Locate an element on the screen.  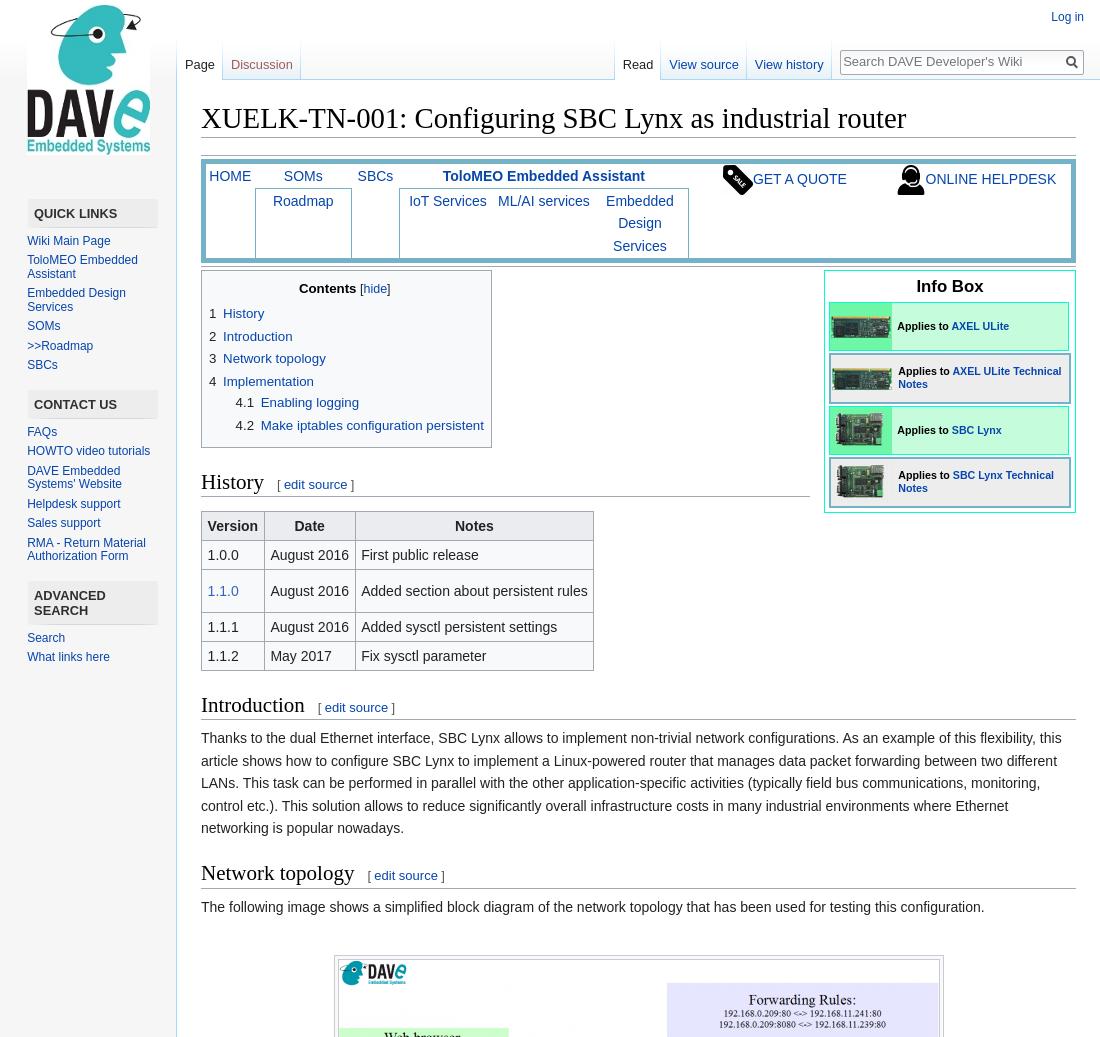
'May 2017' is located at coordinates (299, 656).